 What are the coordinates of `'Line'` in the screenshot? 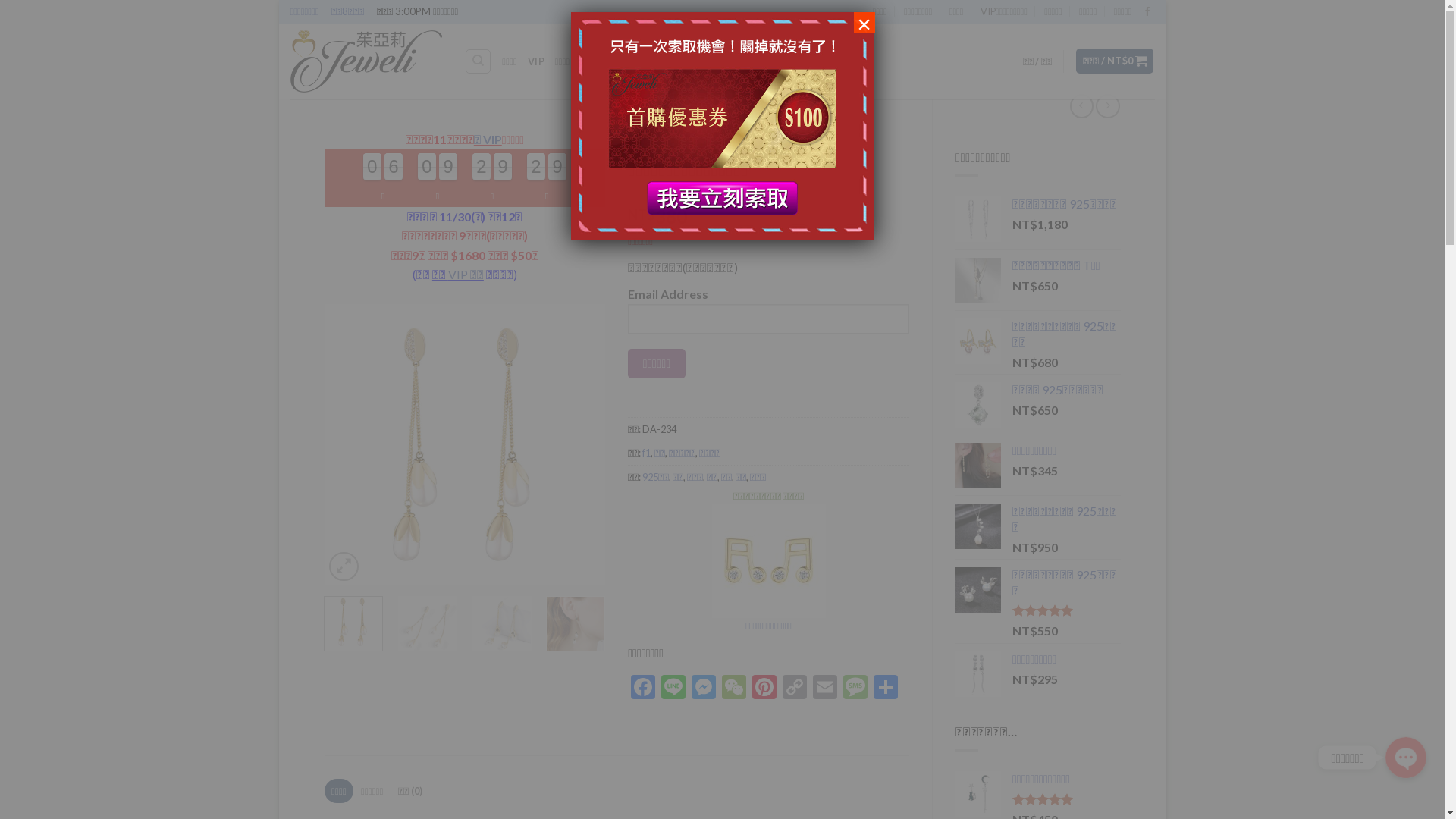 It's located at (673, 688).